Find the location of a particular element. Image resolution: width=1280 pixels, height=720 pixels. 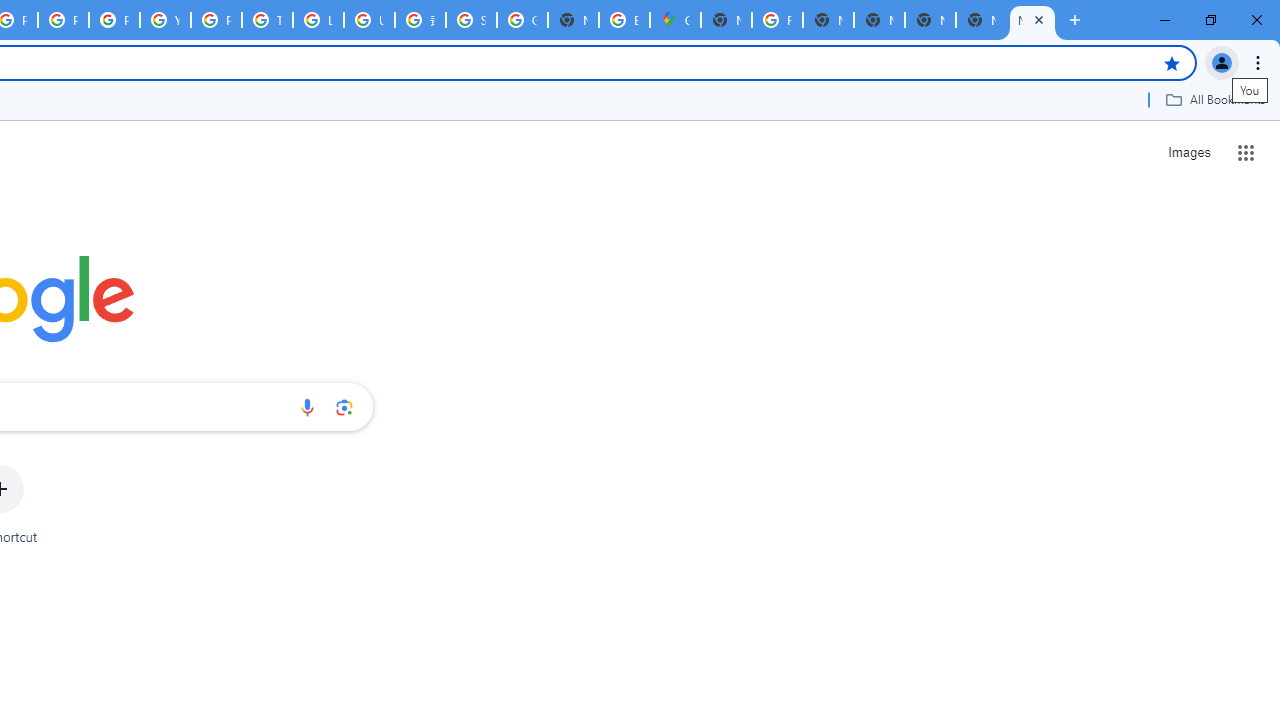

'Privacy Help Center - Policies Help' is located at coordinates (64, 20).